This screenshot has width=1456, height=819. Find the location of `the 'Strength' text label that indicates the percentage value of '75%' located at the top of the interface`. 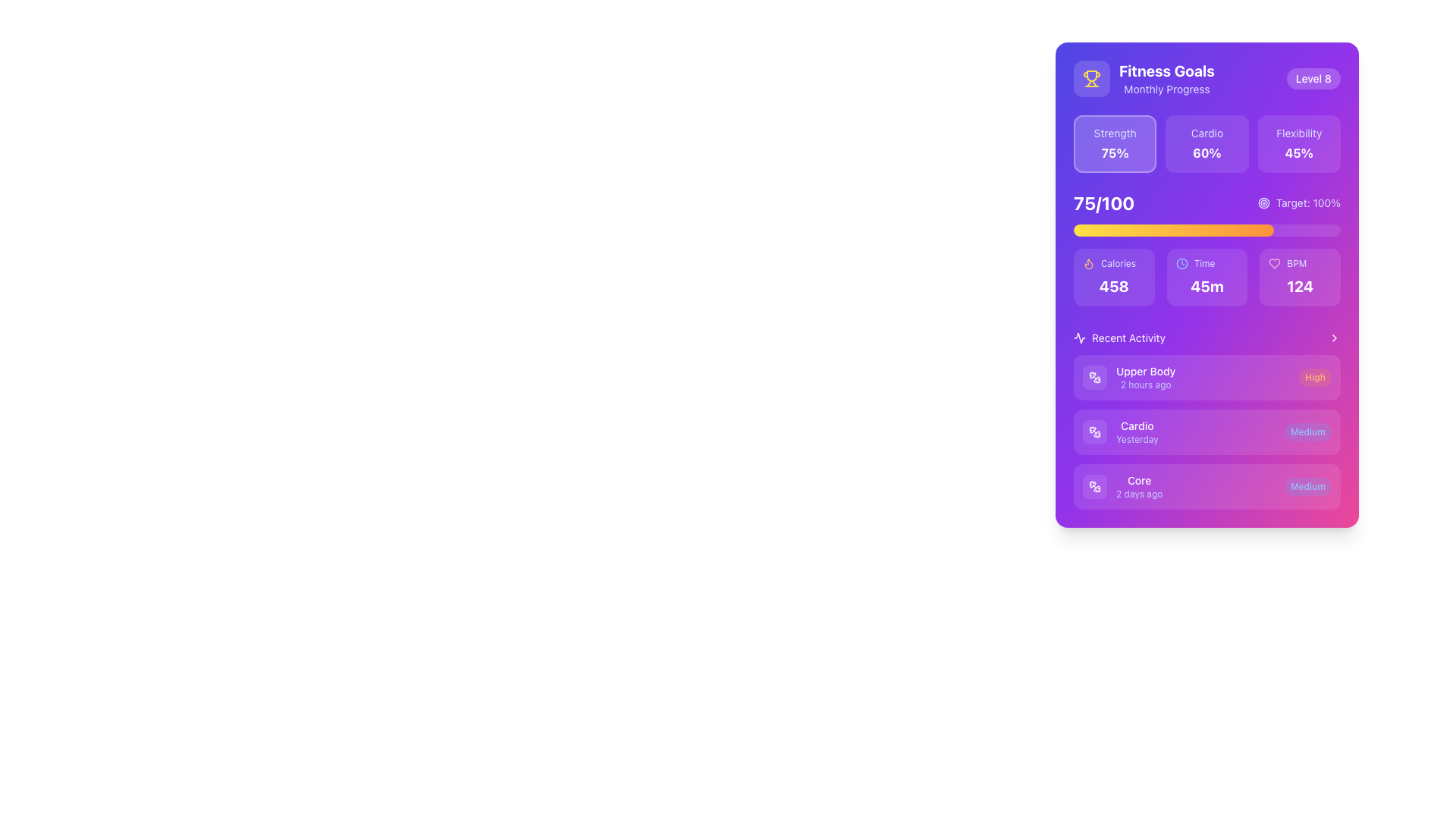

the 'Strength' text label that indicates the percentage value of '75%' located at the top of the interface is located at coordinates (1115, 133).